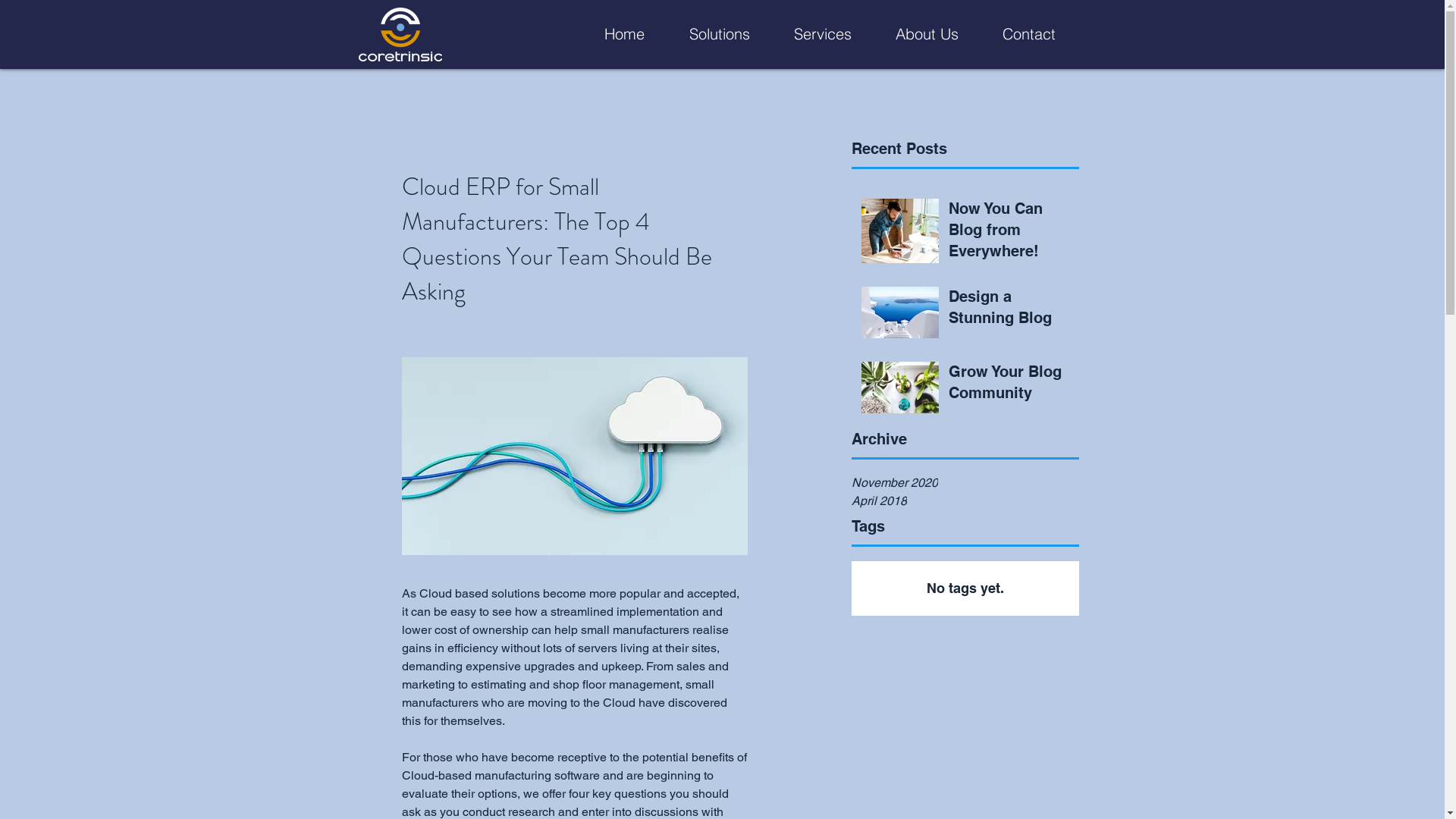  What do you see at coordinates (811, 34) in the screenshot?
I see `'Services'` at bounding box center [811, 34].